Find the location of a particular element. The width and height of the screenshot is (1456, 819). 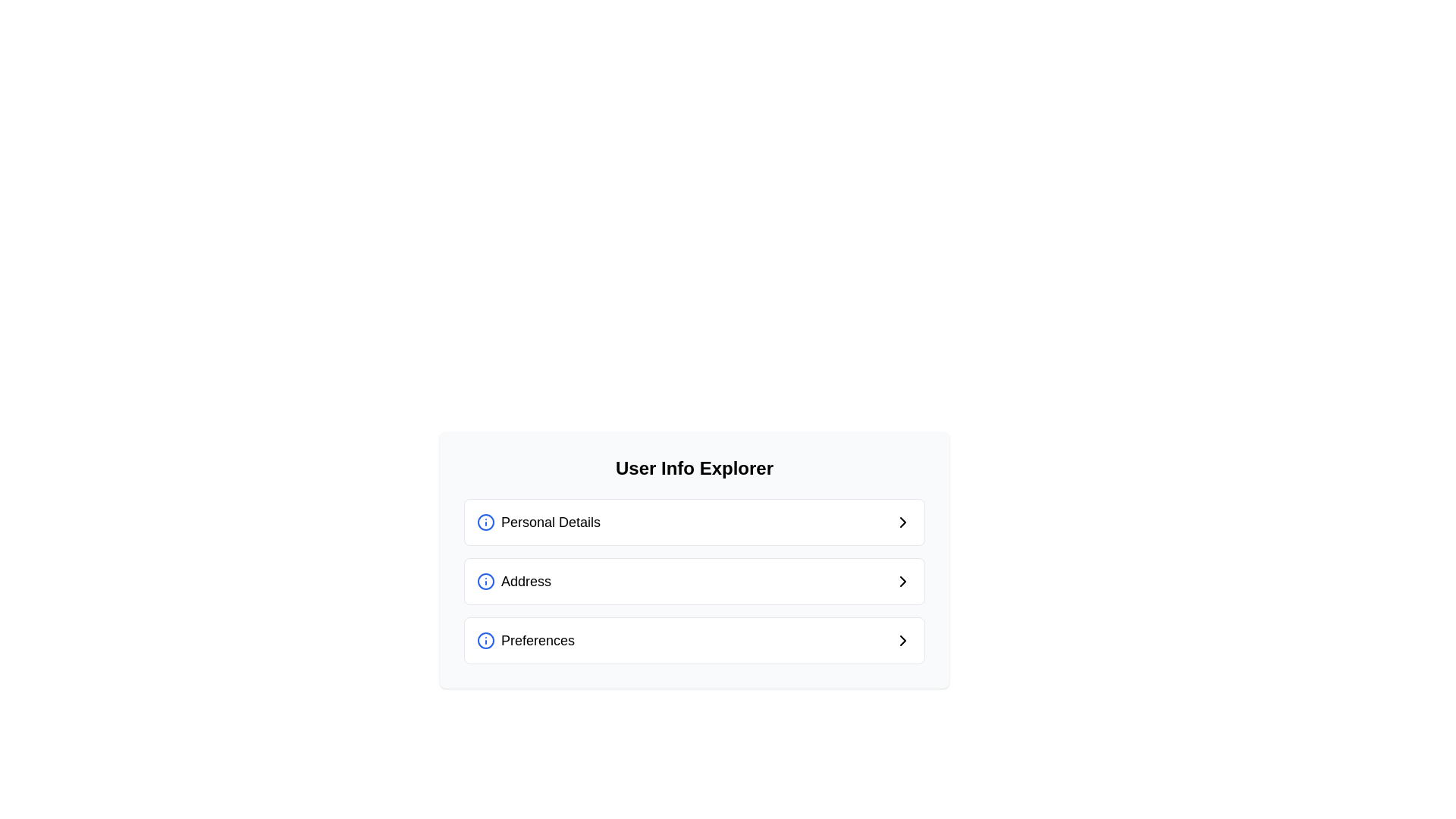

the icon representing additional information associated with the 'Preferences' section, located in the third row of the vertical layout is located at coordinates (486, 640).